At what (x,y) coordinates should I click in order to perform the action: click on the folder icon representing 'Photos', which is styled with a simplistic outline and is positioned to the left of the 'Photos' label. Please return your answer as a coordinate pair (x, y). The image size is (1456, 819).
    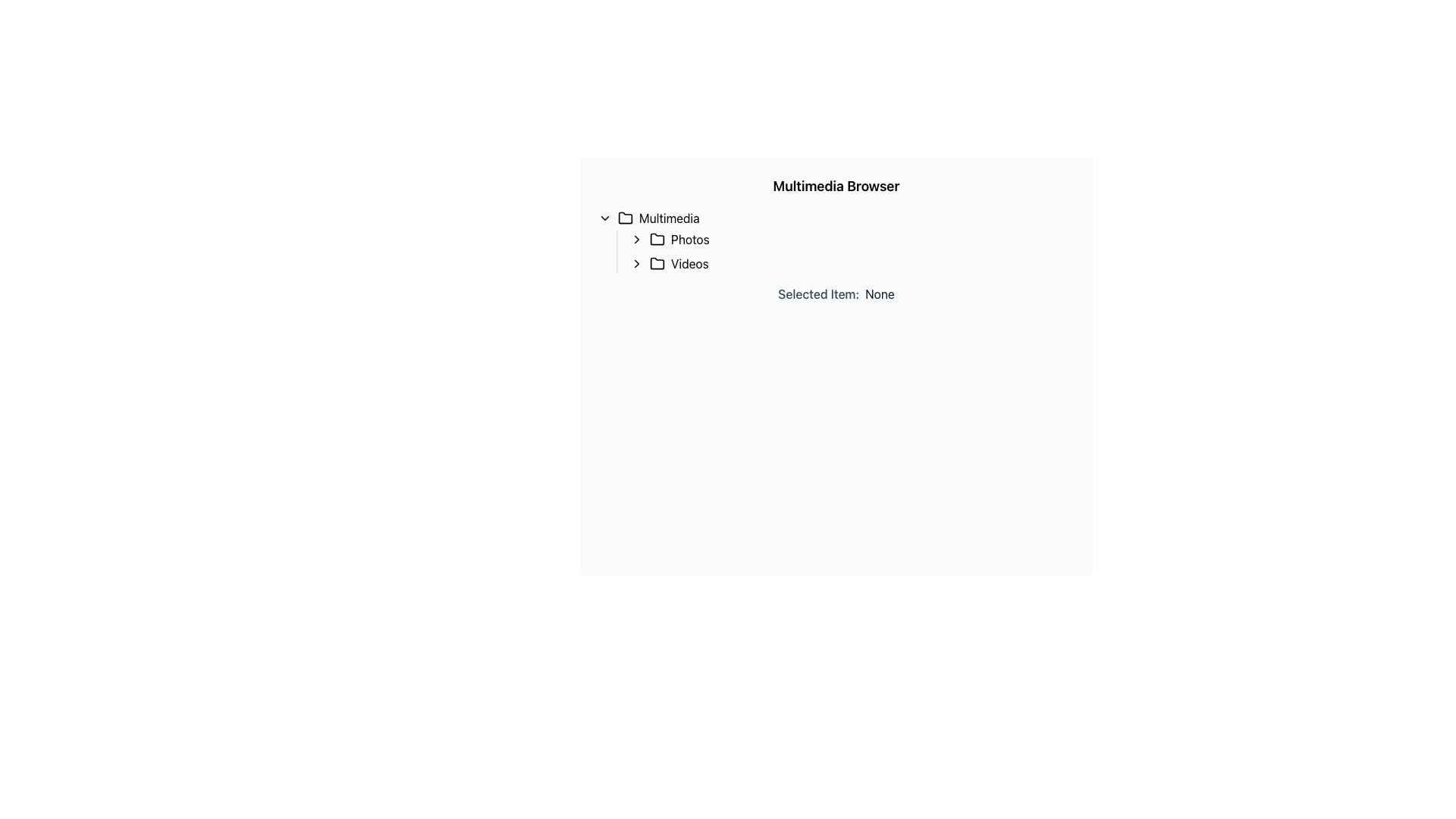
    Looking at the image, I should click on (657, 239).